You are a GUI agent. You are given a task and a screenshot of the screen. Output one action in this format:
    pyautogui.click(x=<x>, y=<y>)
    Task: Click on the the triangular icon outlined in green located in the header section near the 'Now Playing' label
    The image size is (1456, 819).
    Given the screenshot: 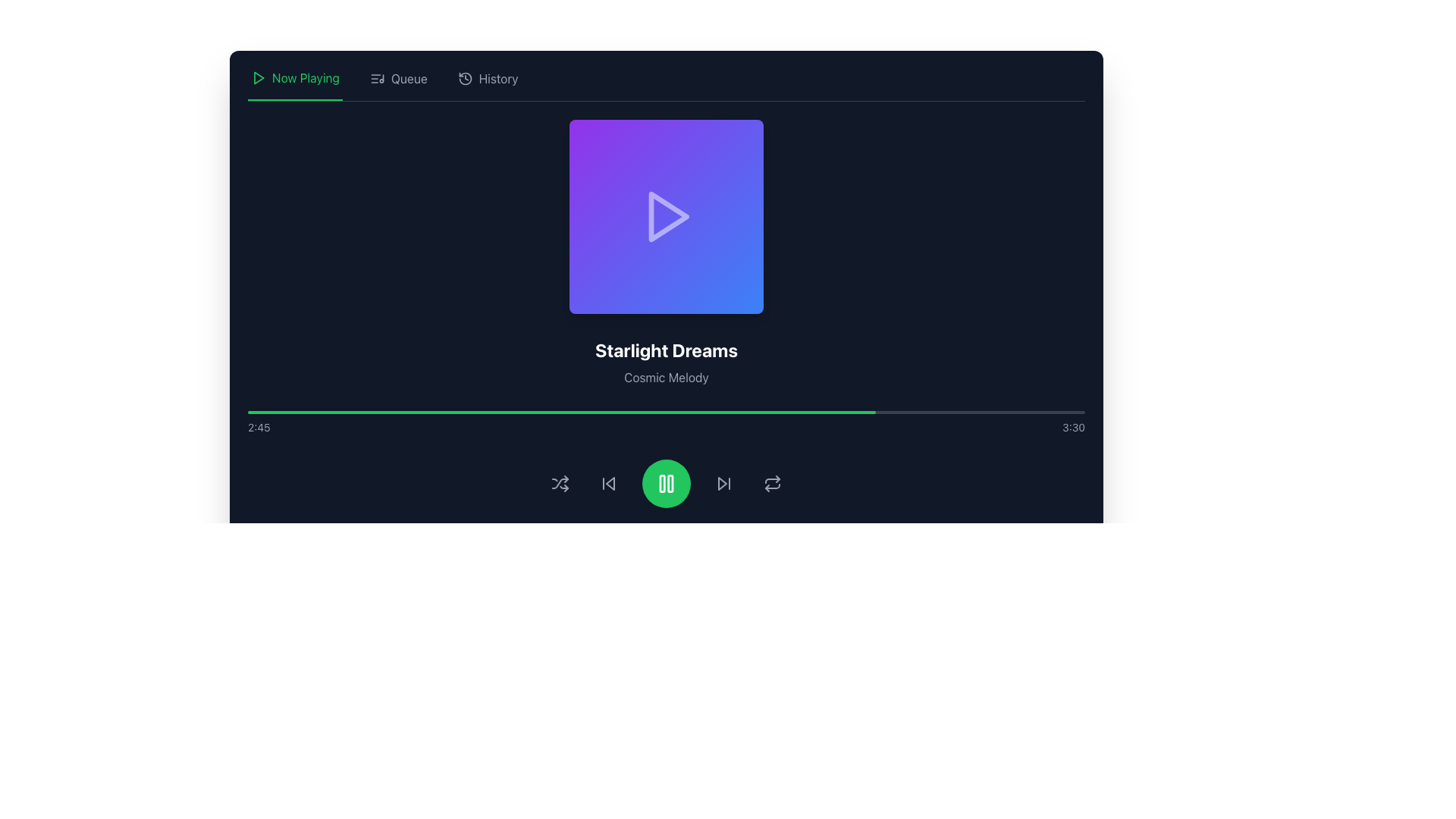 What is the action you would take?
    pyautogui.click(x=259, y=78)
    